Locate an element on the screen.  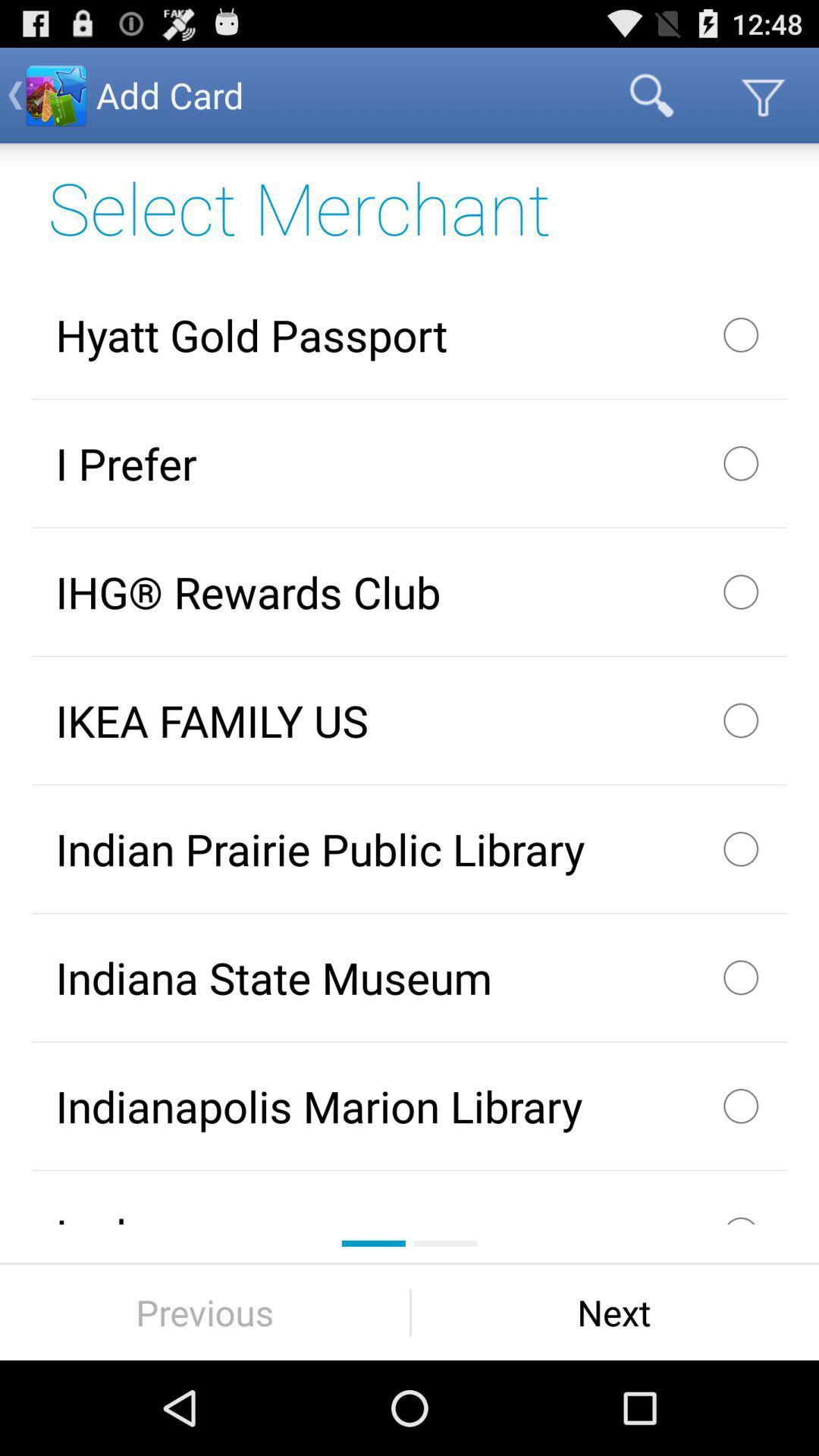
the checkbox above ikea family us item is located at coordinates (409, 591).